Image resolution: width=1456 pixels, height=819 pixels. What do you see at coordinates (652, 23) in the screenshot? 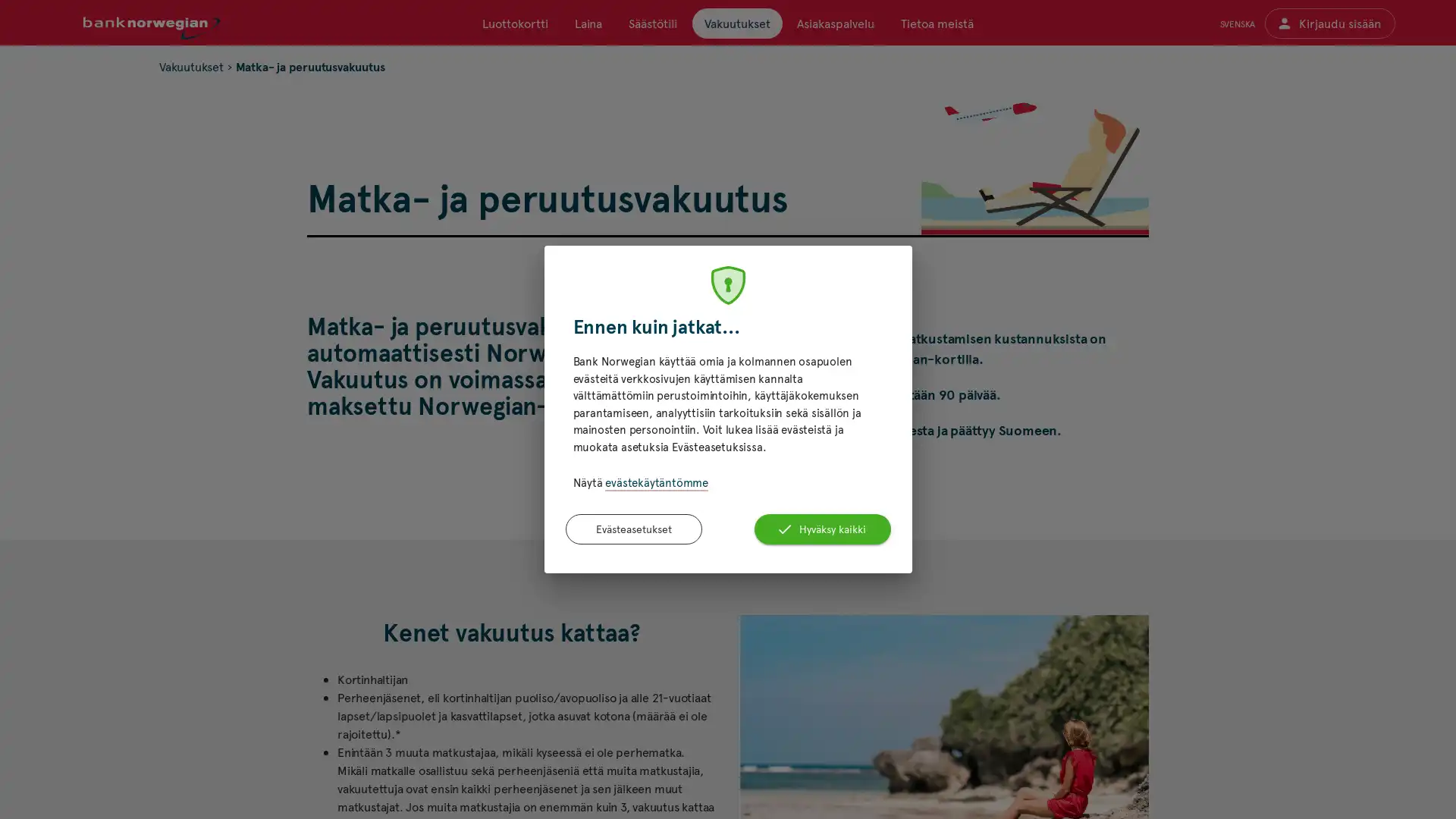
I see `Saastotili` at bounding box center [652, 23].